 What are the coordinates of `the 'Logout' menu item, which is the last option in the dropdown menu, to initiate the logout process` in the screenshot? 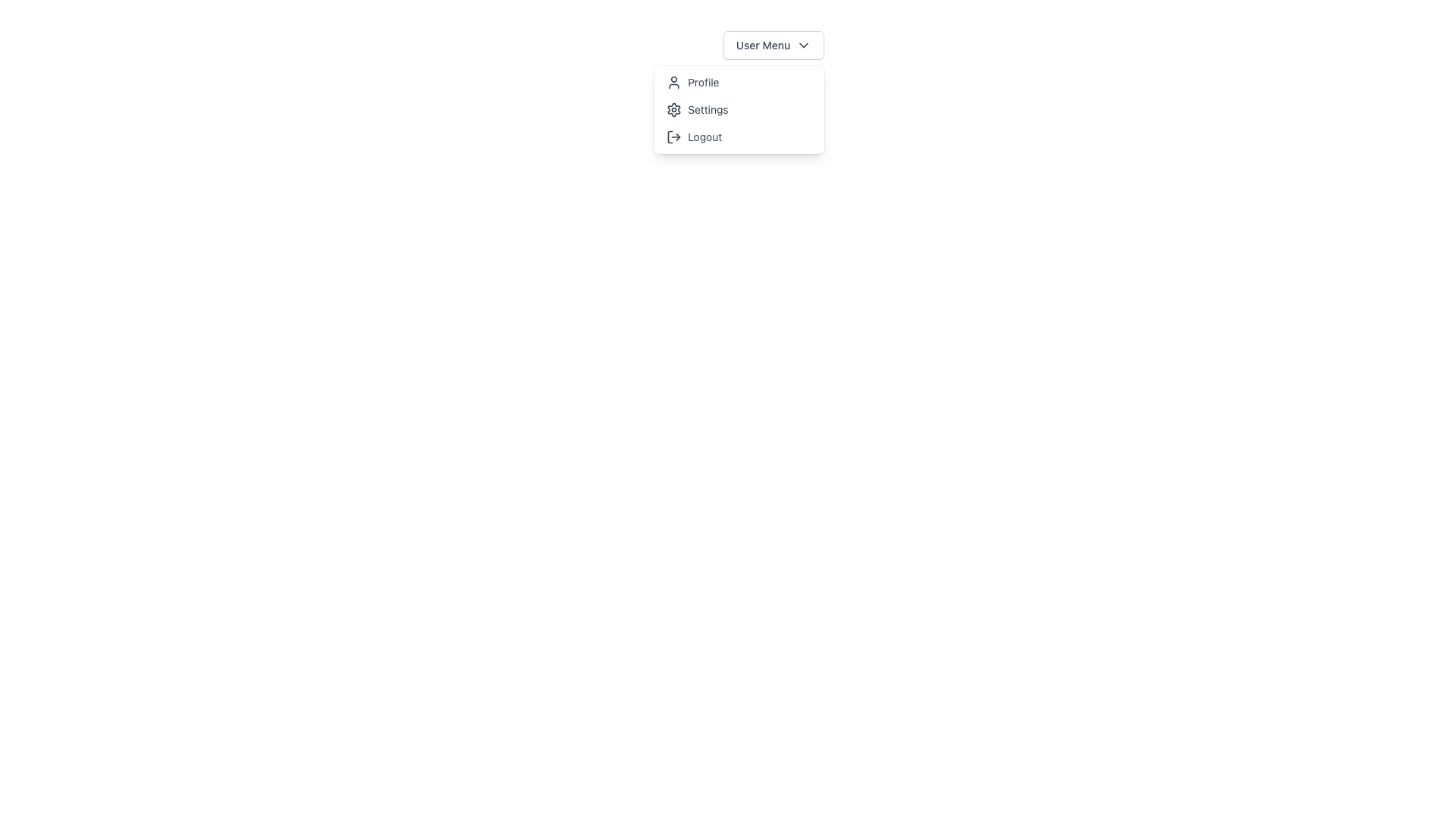 It's located at (739, 137).